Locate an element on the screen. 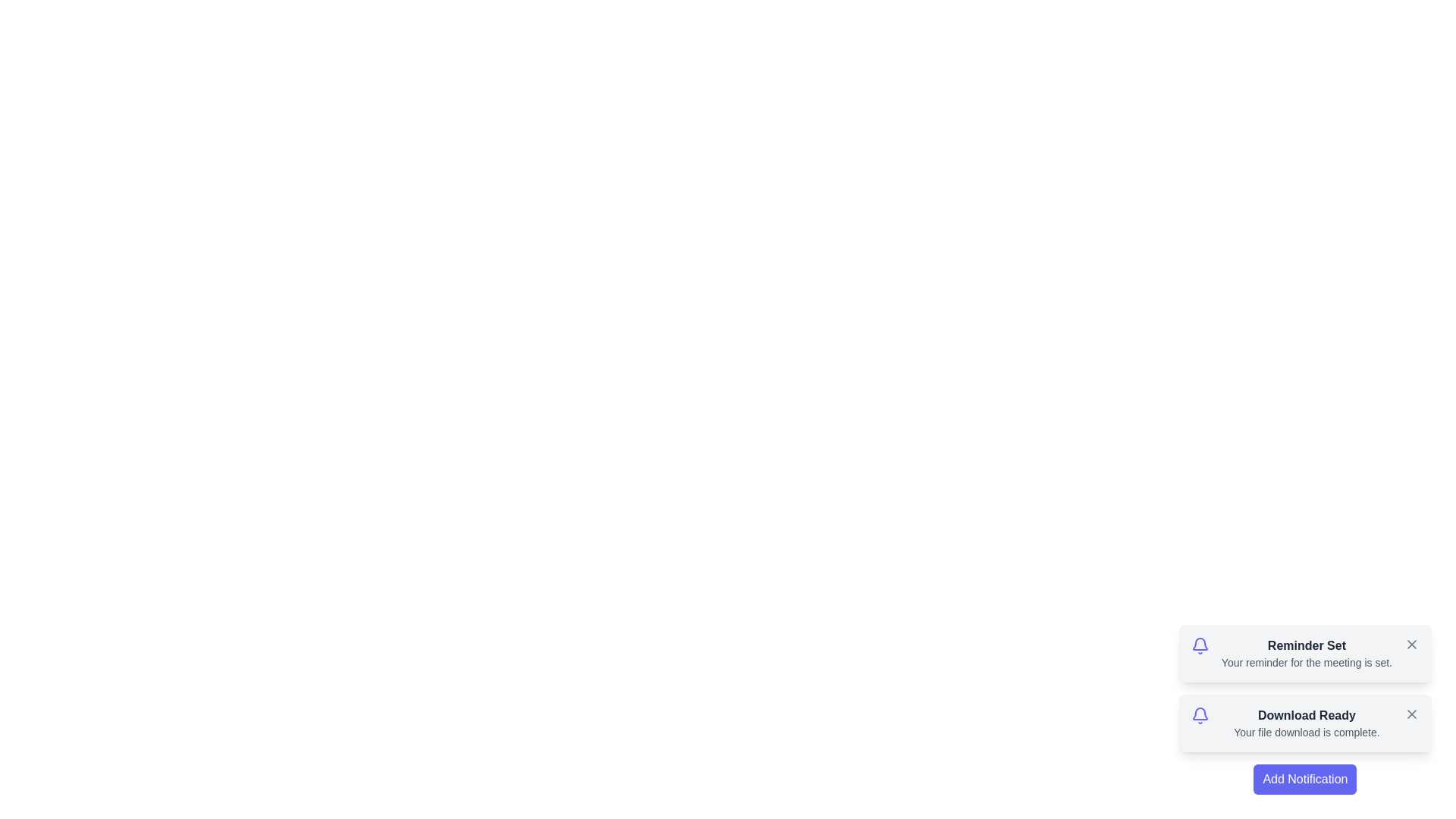  the dismiss button located at the far right of the 'Reminder Set' notification card to change its color is located at coordinates (1411, 644).